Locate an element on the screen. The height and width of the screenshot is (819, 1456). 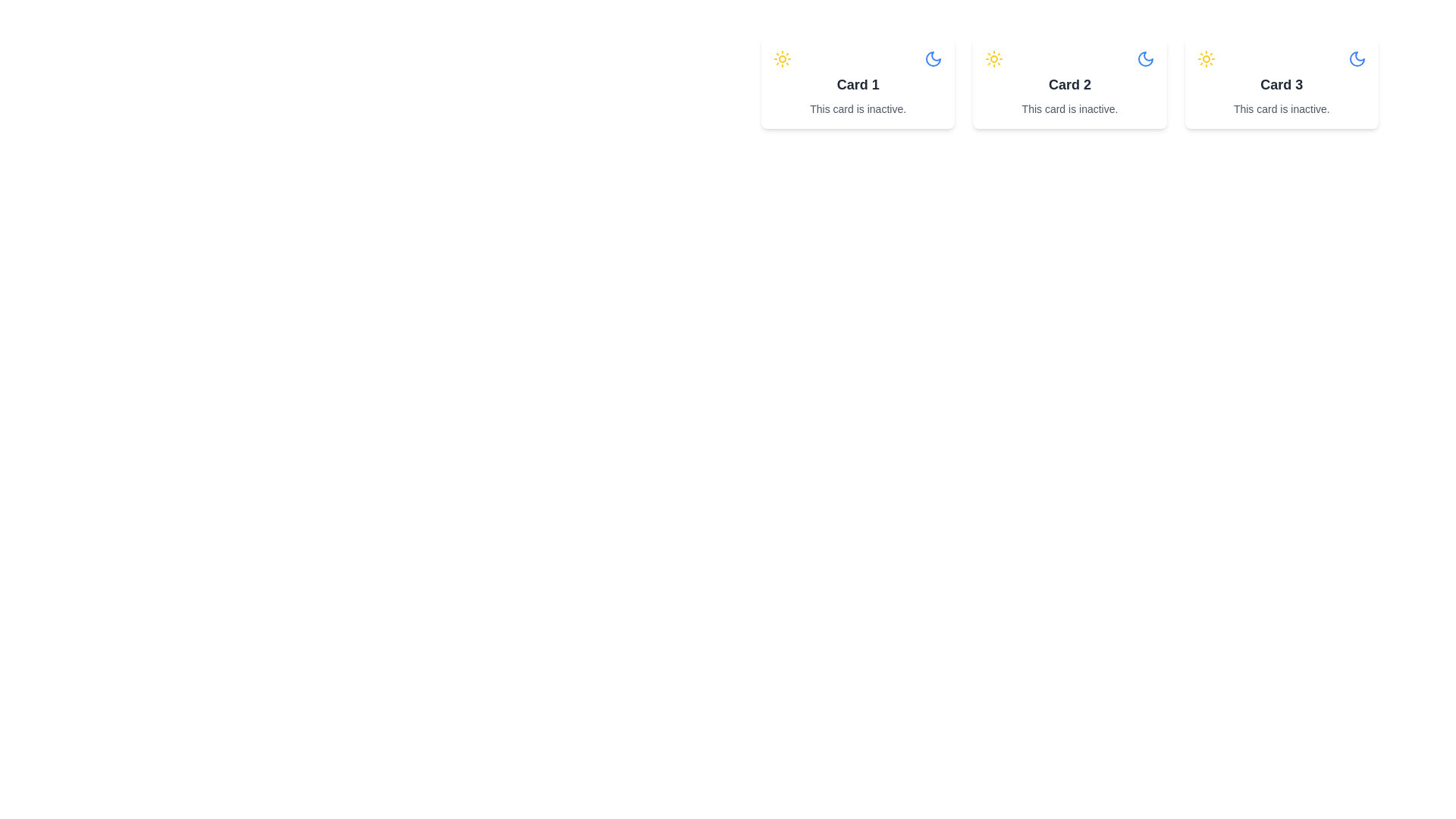
the crescent moon icon in solid blue color located at the top right of the second card labeled 'Card 2' is located at coordinates (1145, 58).